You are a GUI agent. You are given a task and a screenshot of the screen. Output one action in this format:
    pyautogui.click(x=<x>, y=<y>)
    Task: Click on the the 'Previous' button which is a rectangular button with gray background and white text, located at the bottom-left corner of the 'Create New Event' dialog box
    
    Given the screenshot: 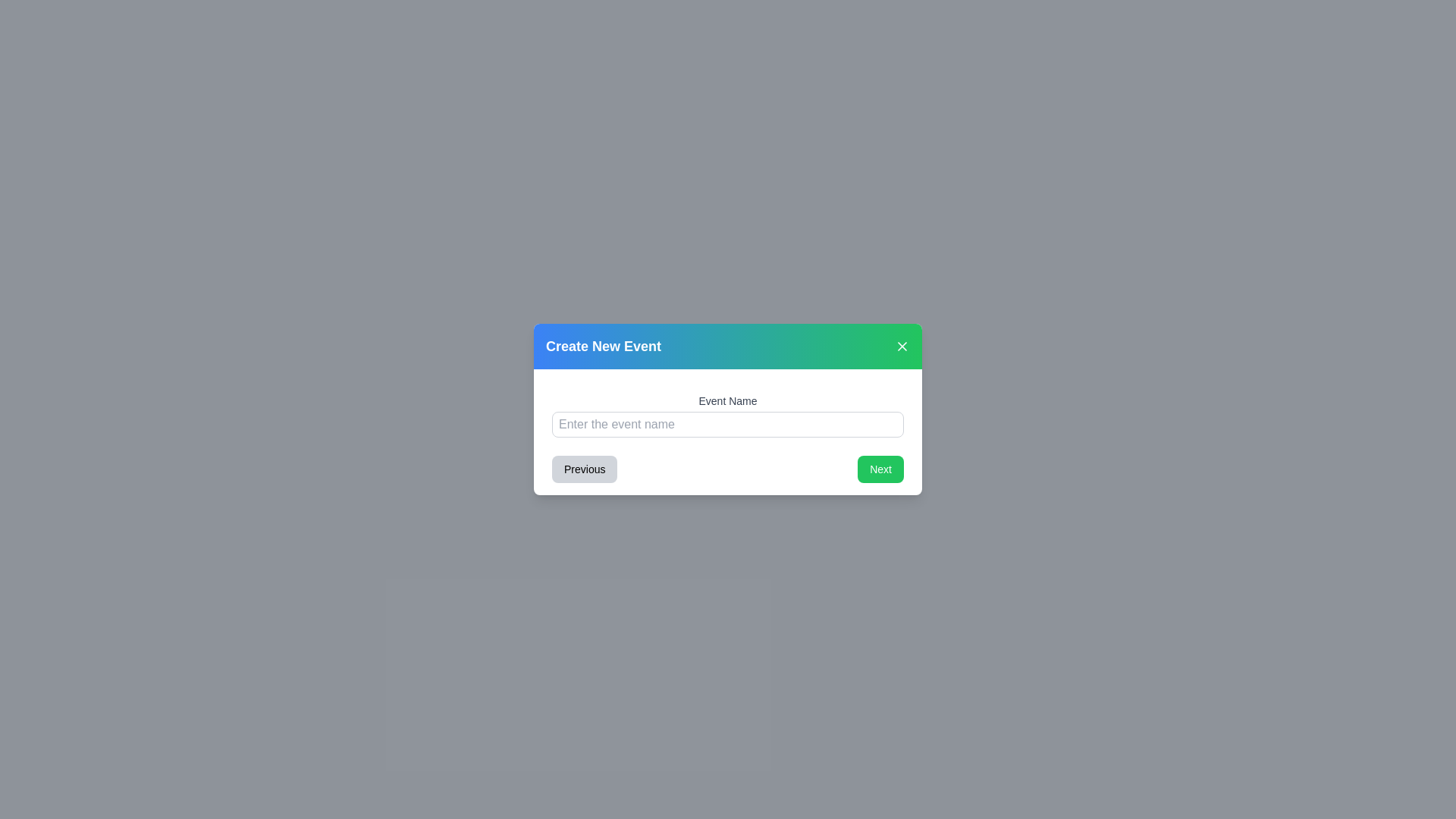 What is the action you would take?
    pyautogui.click(x=584, y=468)
    